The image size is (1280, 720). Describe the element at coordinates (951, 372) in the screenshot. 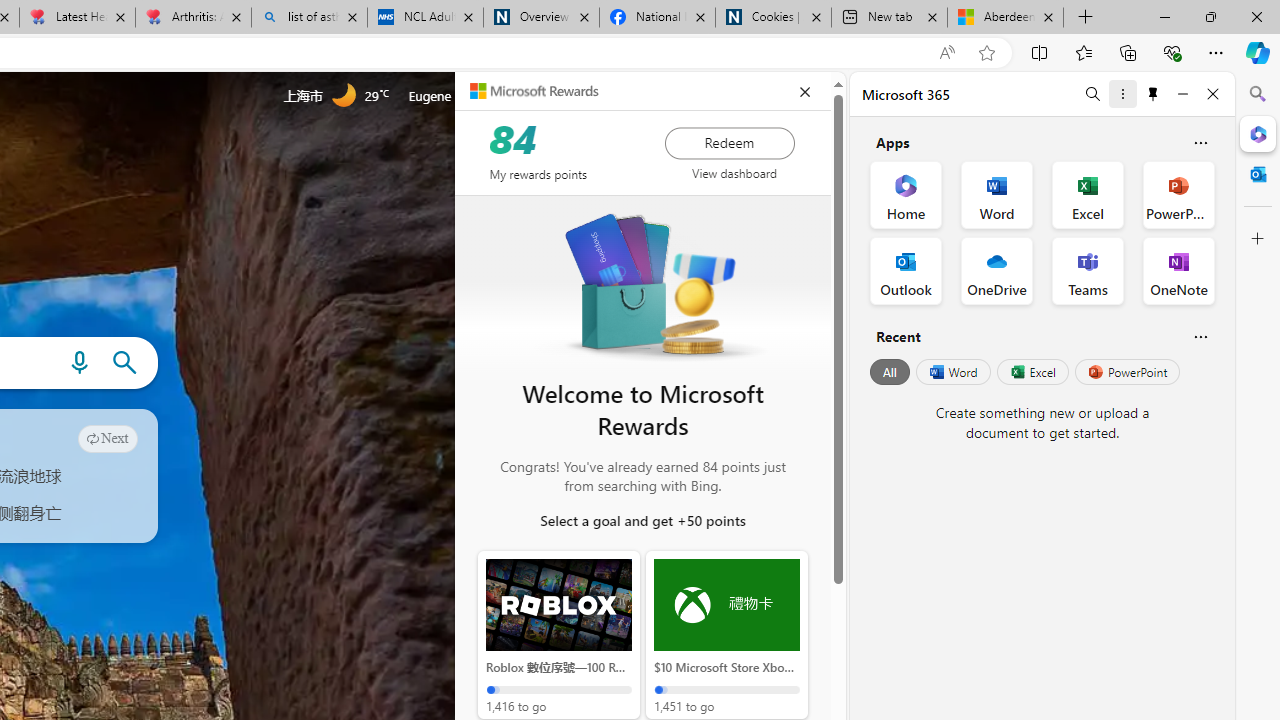

I see `'Word'` at that location.